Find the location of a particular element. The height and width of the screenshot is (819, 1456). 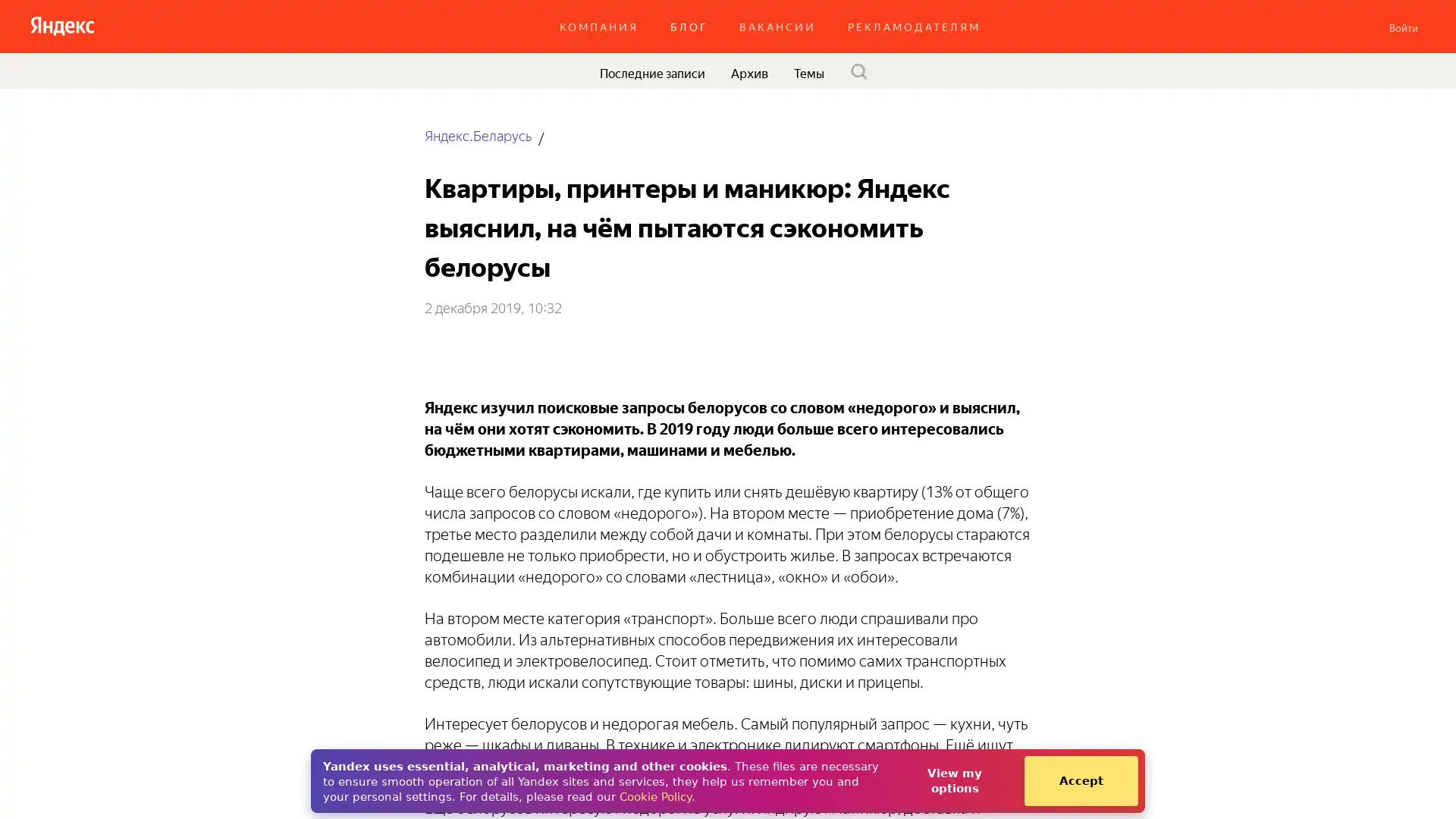

Accept is located at coordinates (1080, 780).